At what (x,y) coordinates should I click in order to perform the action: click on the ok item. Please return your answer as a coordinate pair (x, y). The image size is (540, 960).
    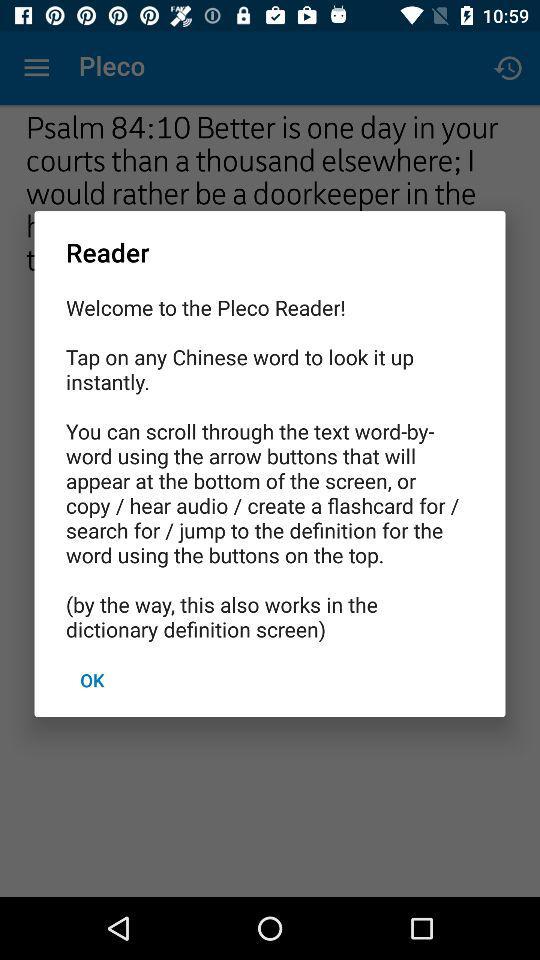
    Looking at the image, I should click on (91, 680).